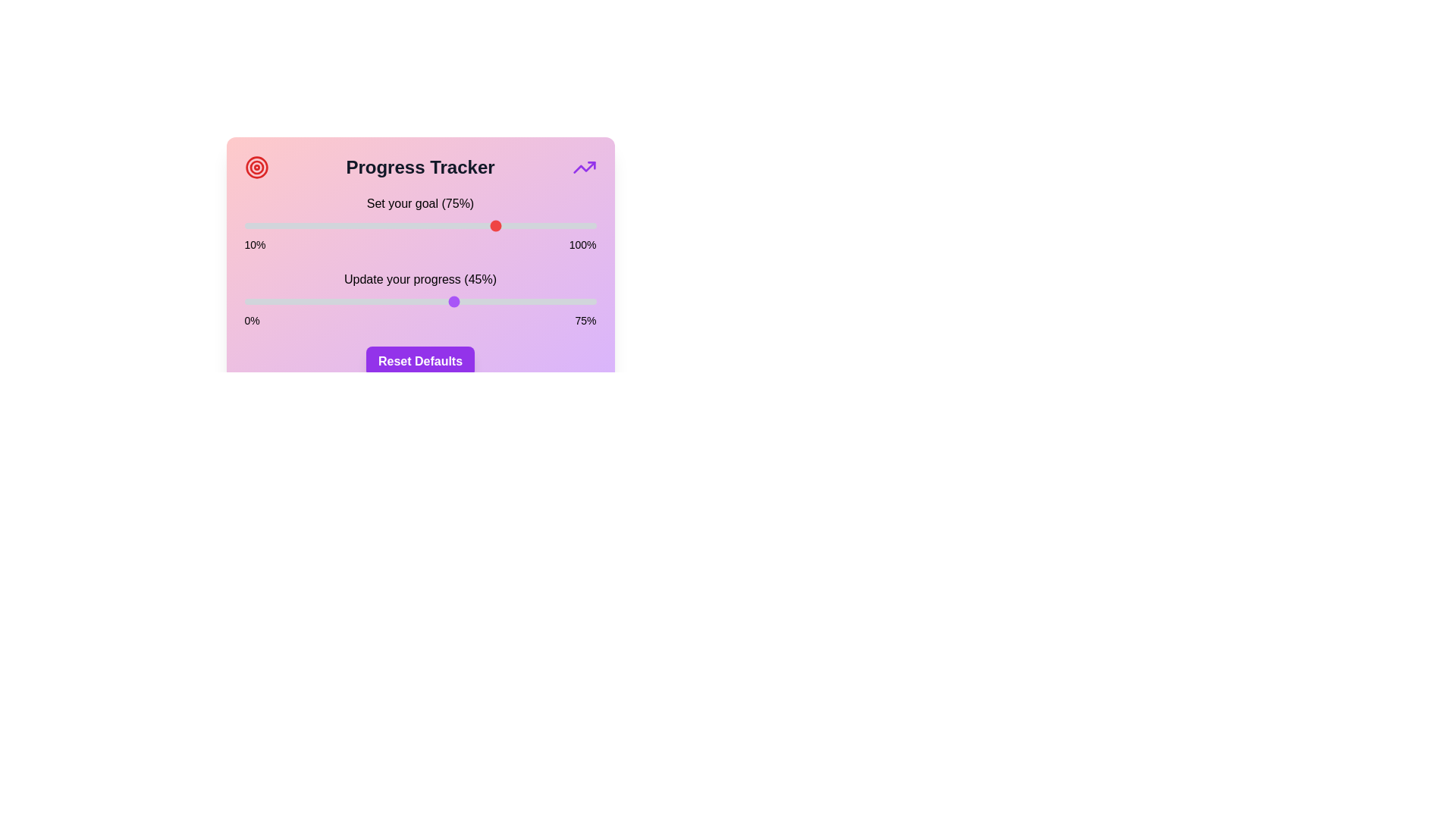  Describe the element at coordinates (333, 301) in the screenshot. I see `the 'Update your progress' slider to set the progress to 19%` at that location.